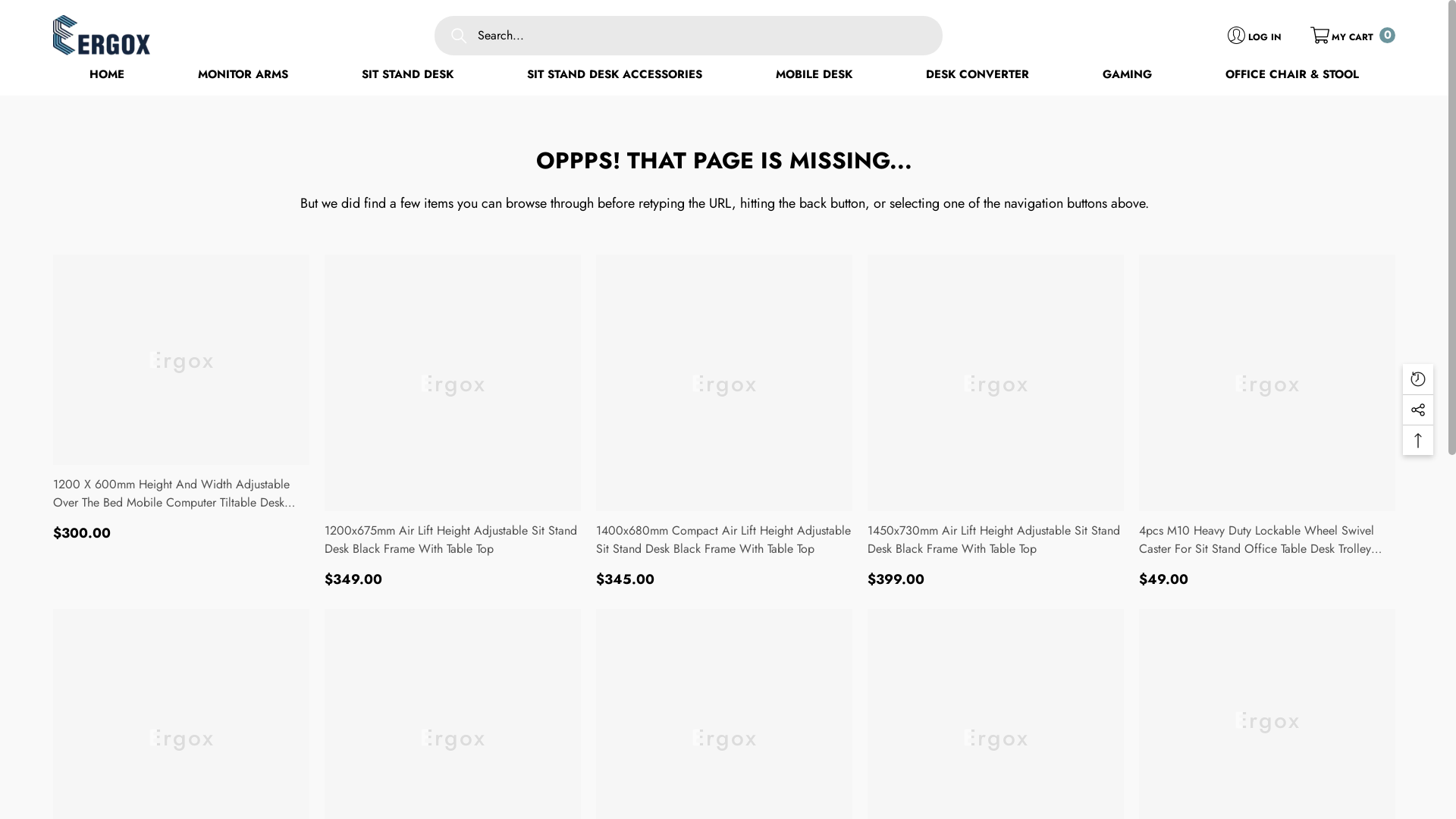 The height and width of the screenshot is (819, 1456). Describe the element at coordinates (1254, 34) in the screenshot. I see `'LOG IN` at that location.